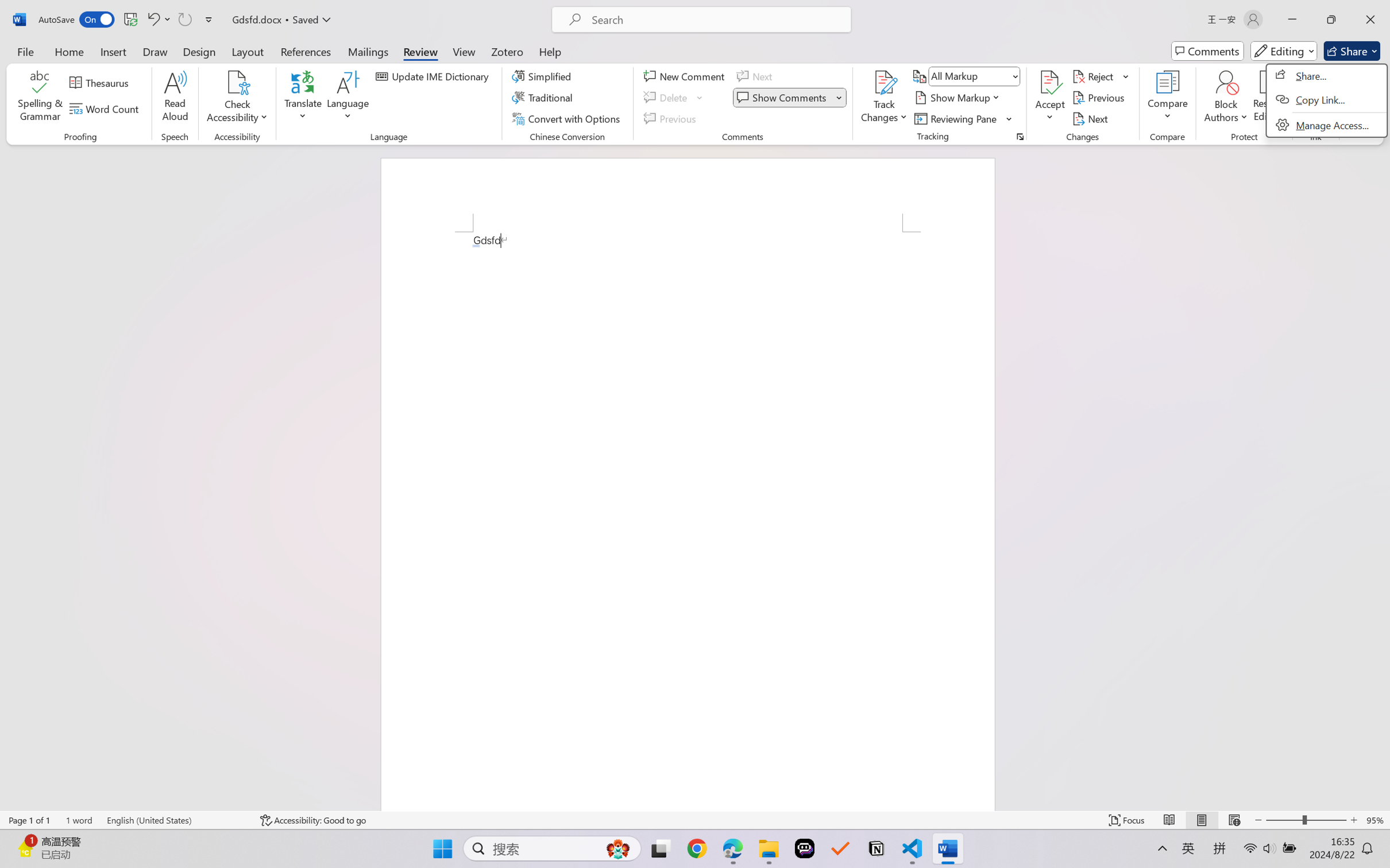 The height and width of the screenshot is (868, 1390). I want to click on 'Thesaurus...', so click(101, 83).